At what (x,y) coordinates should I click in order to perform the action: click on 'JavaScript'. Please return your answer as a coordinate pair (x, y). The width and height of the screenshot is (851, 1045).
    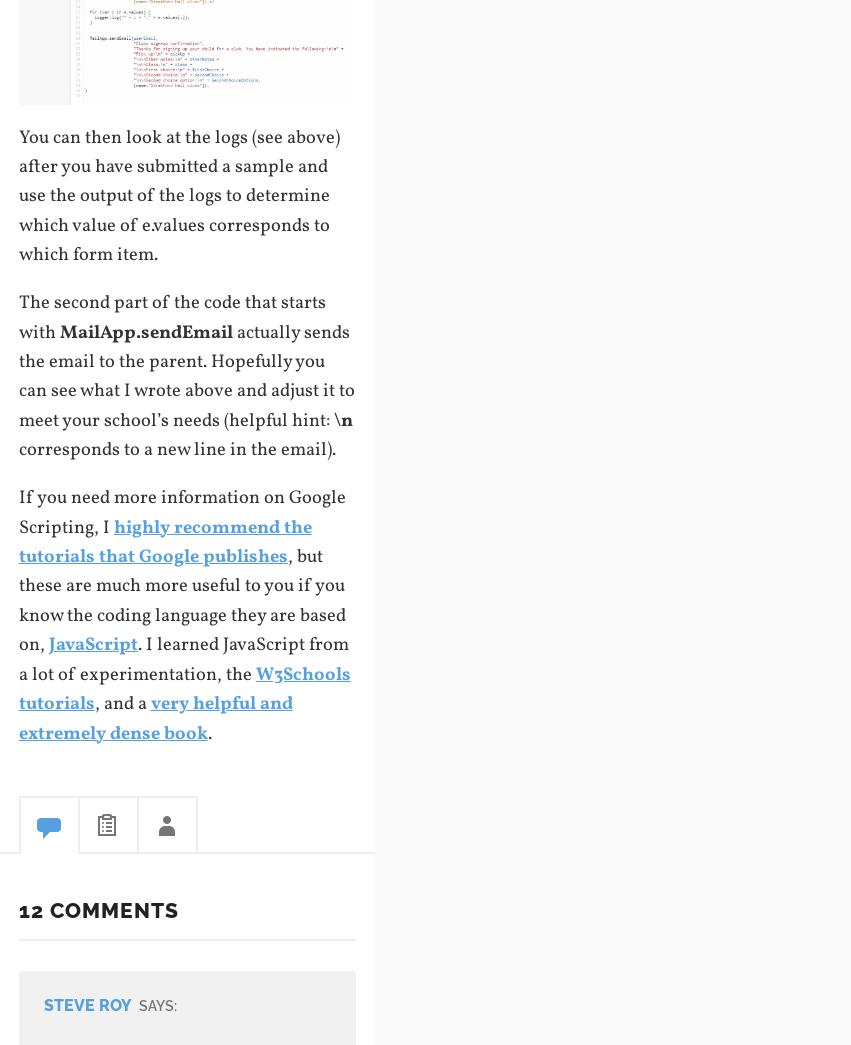
    Looking at the image, I should click on (91, 644).